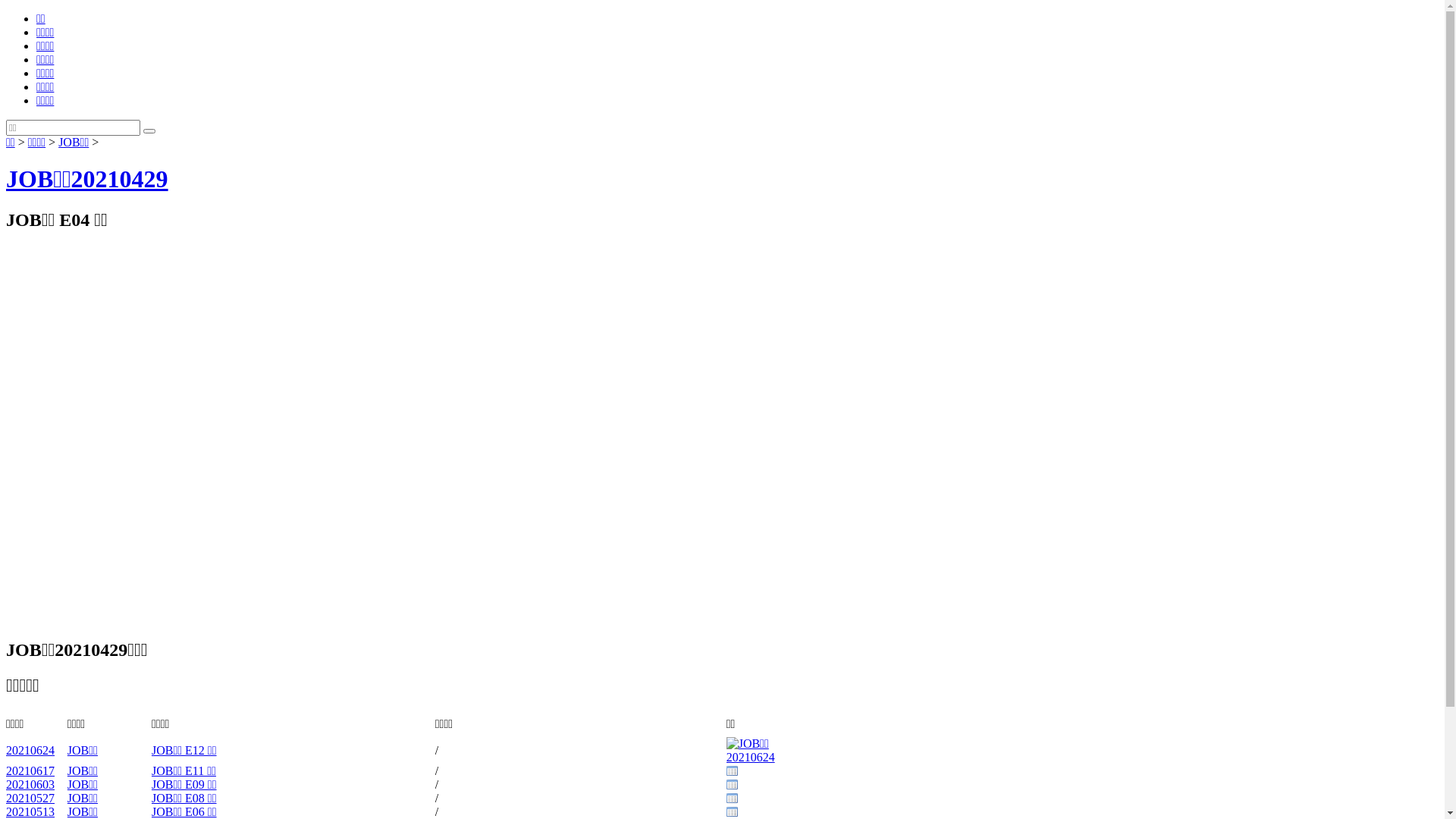 The width and height of the screenshot is (1456, 819). I want to click on '/', so click(436, 748).